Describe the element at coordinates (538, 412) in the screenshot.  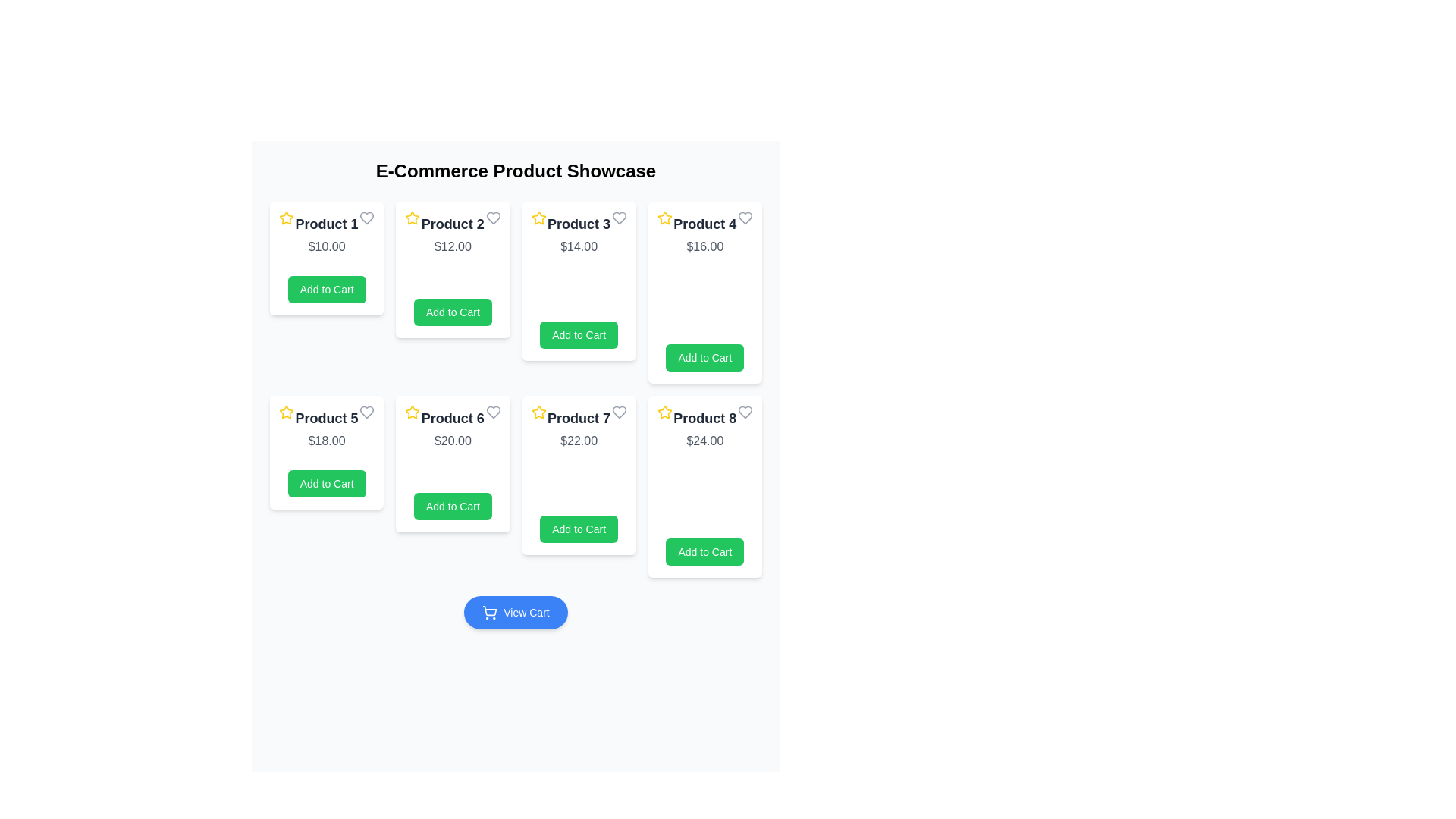
I see `the star icon in the top-left corner of the product card for 'Product 7' to mark it as a favorite` at that location.